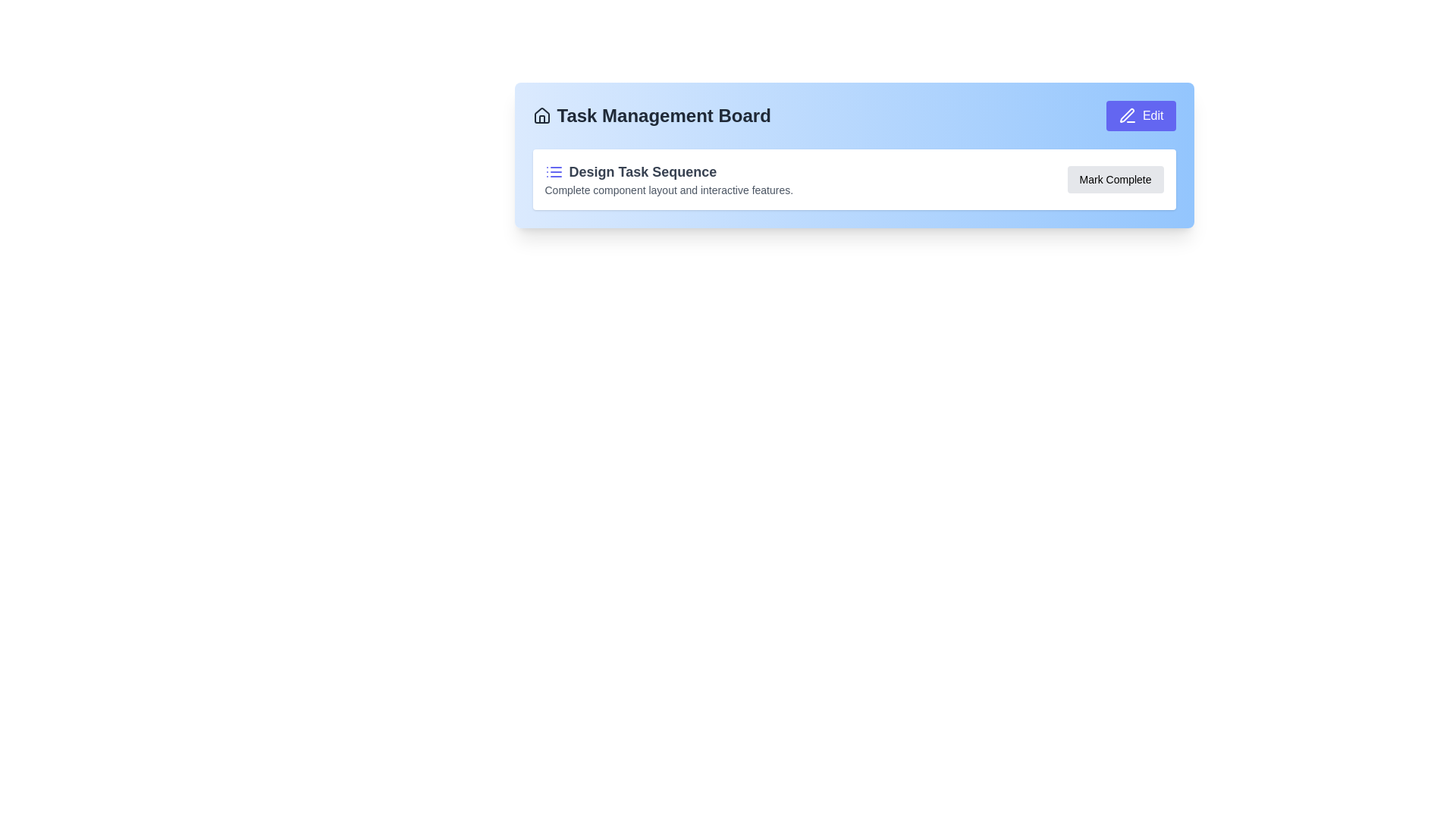  What do you see at coordinates (1141, 115) in the screenshot?
I see `the 'Edit' button with a blue background and round corners located at the top-right corner of the 'Task Management Board' header` at bounding box center [1141, 115].